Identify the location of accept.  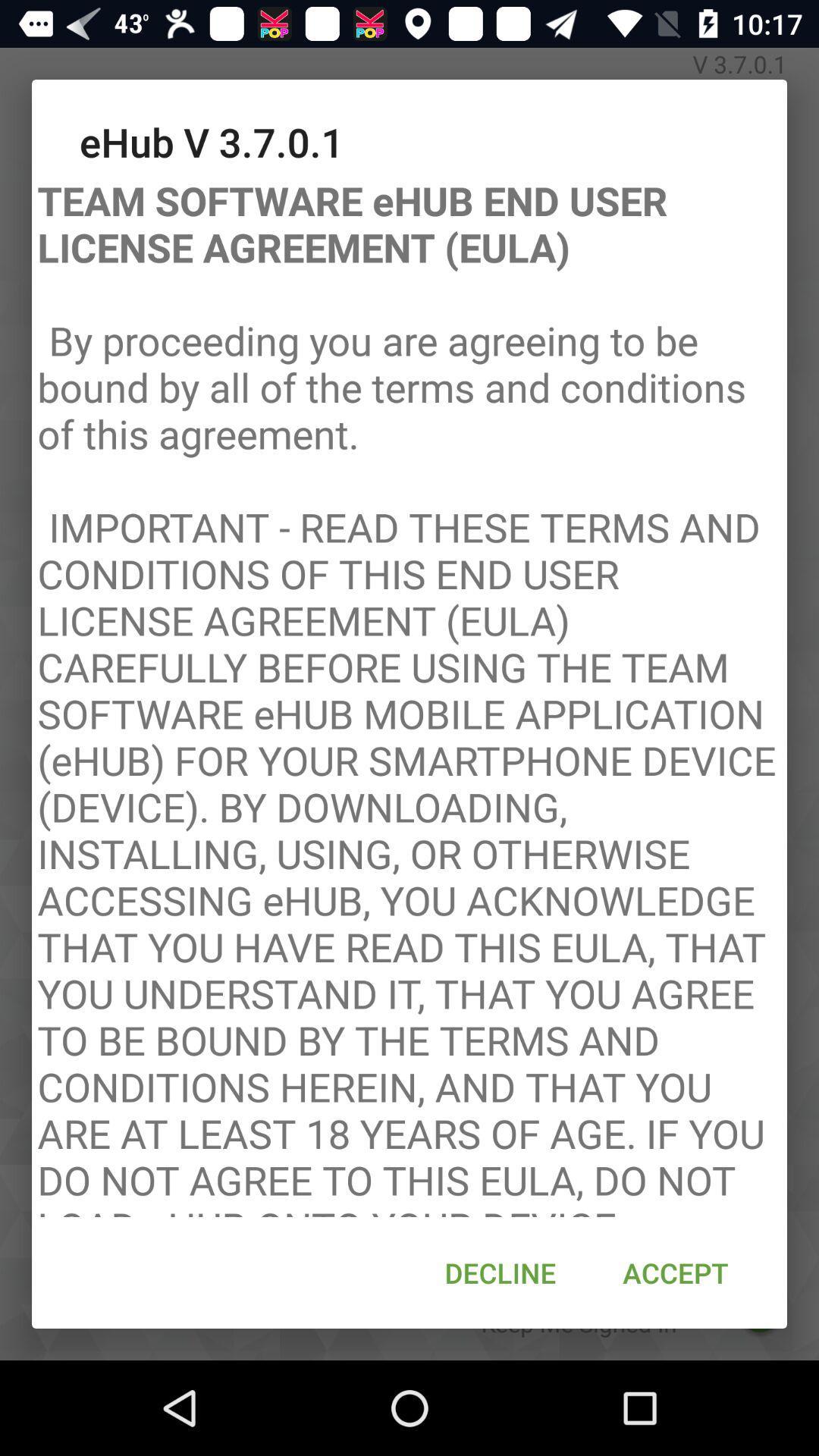
(675, 1272).